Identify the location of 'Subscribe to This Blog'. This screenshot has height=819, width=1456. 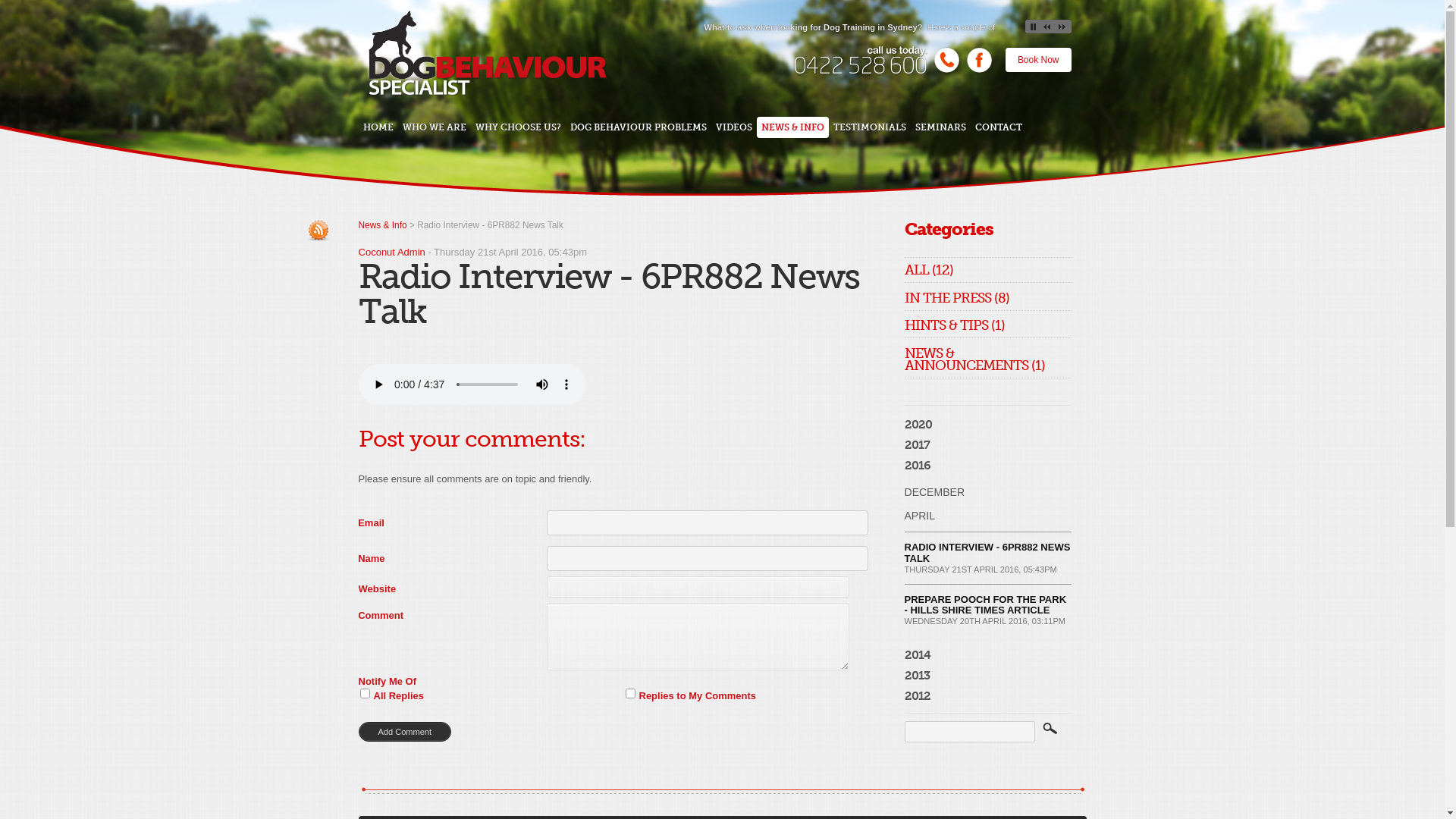
(318, 230).